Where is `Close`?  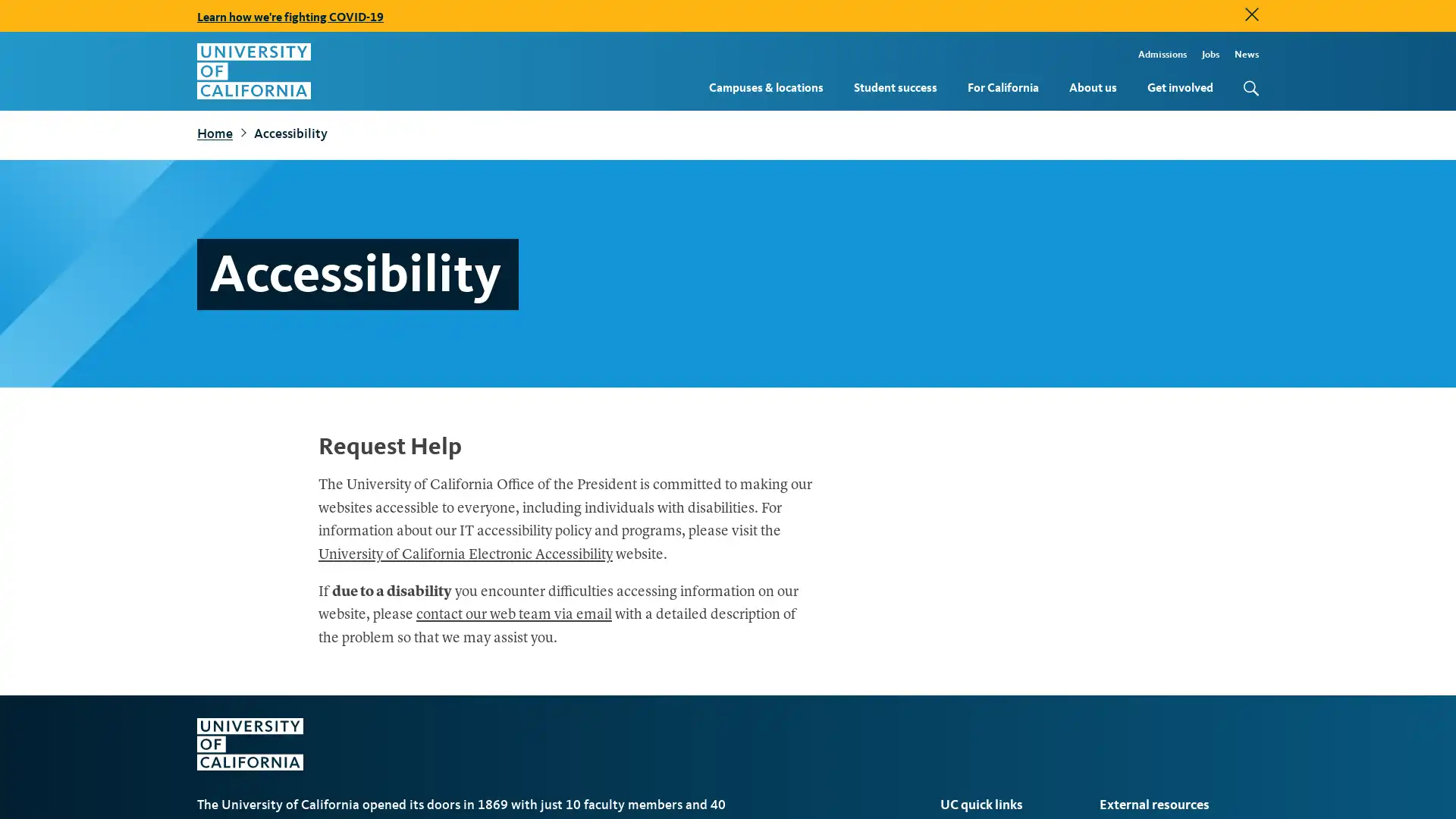 Close is located at coordinates (1252, 14).